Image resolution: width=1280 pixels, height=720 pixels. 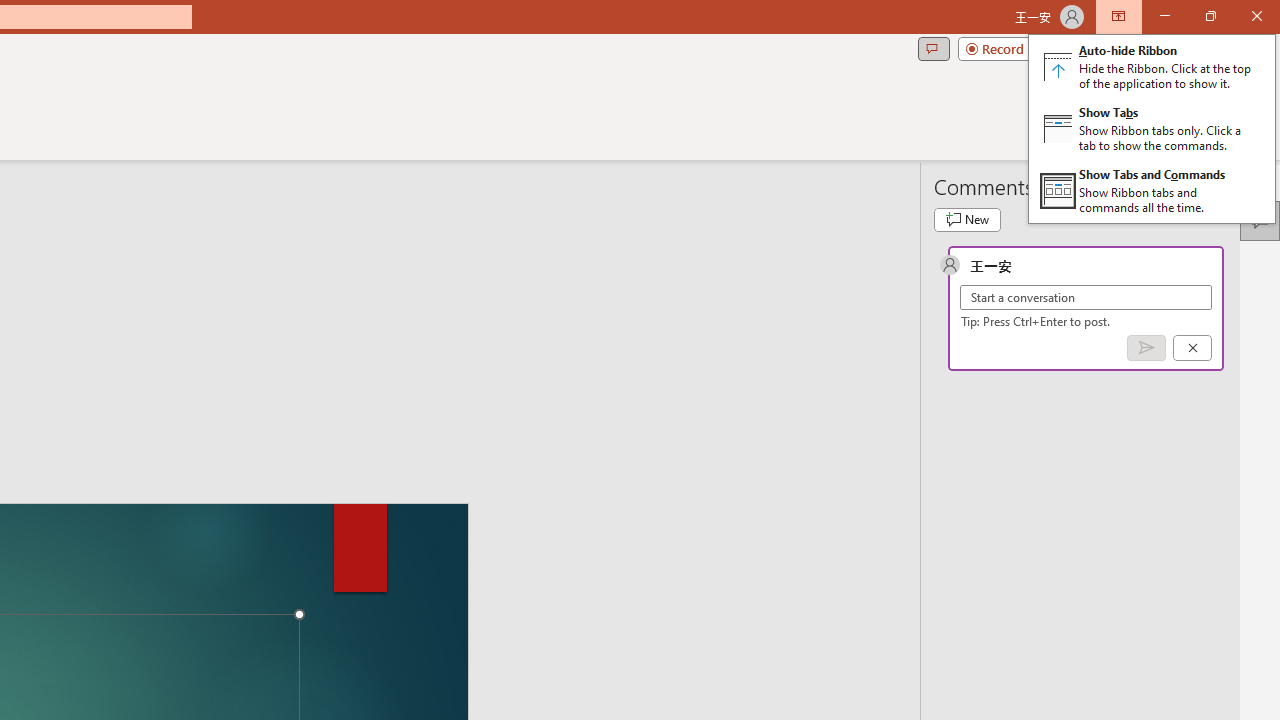 What do you see at coordinates (967, 219) in the screenshot?
I see `'New comment'` at bounding box center [967, 219].